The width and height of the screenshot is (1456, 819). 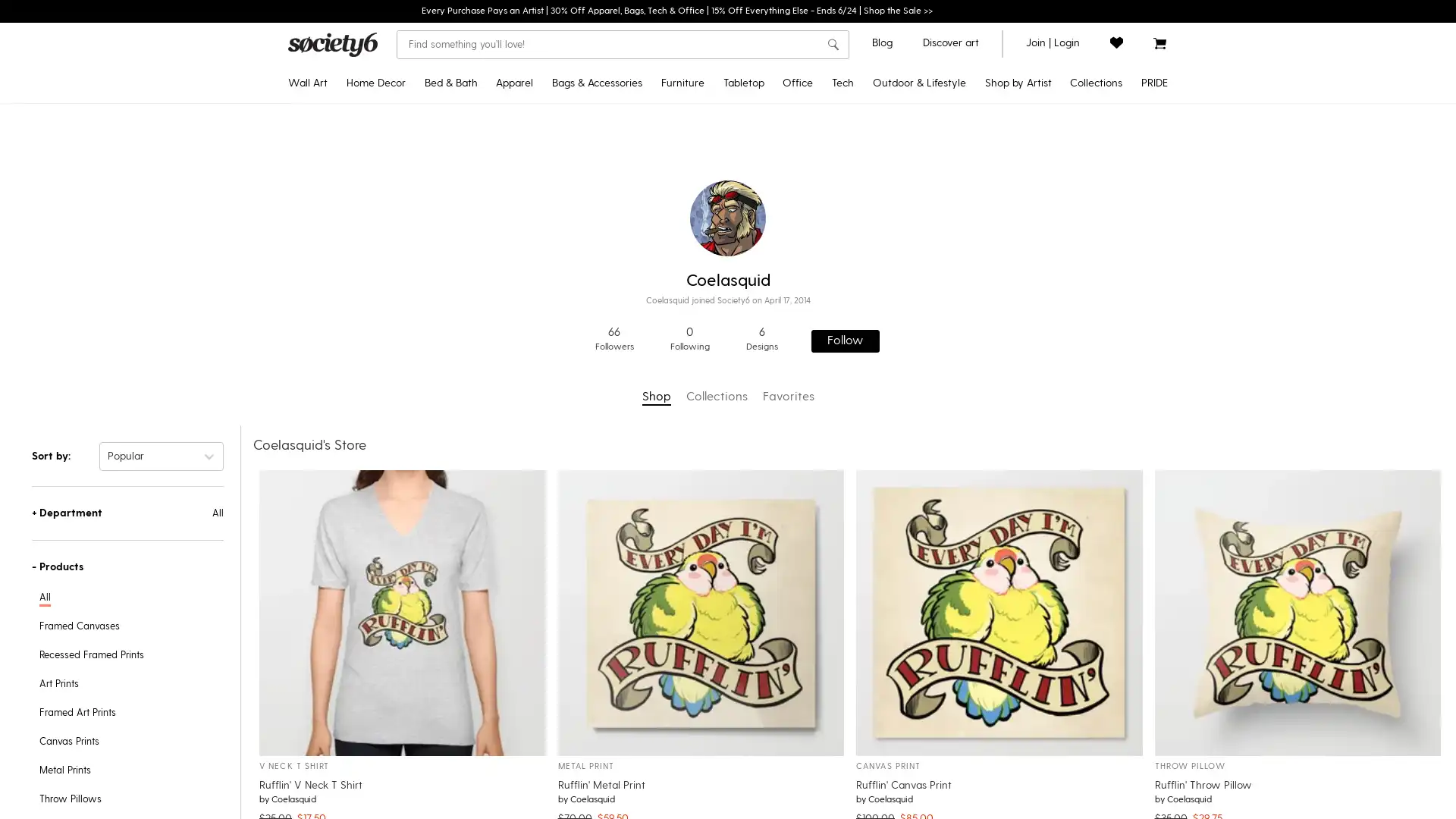 What do you see at coordinates (607, 219) in the screenshot?
I see `Socks` at bounding box center [607, 219].